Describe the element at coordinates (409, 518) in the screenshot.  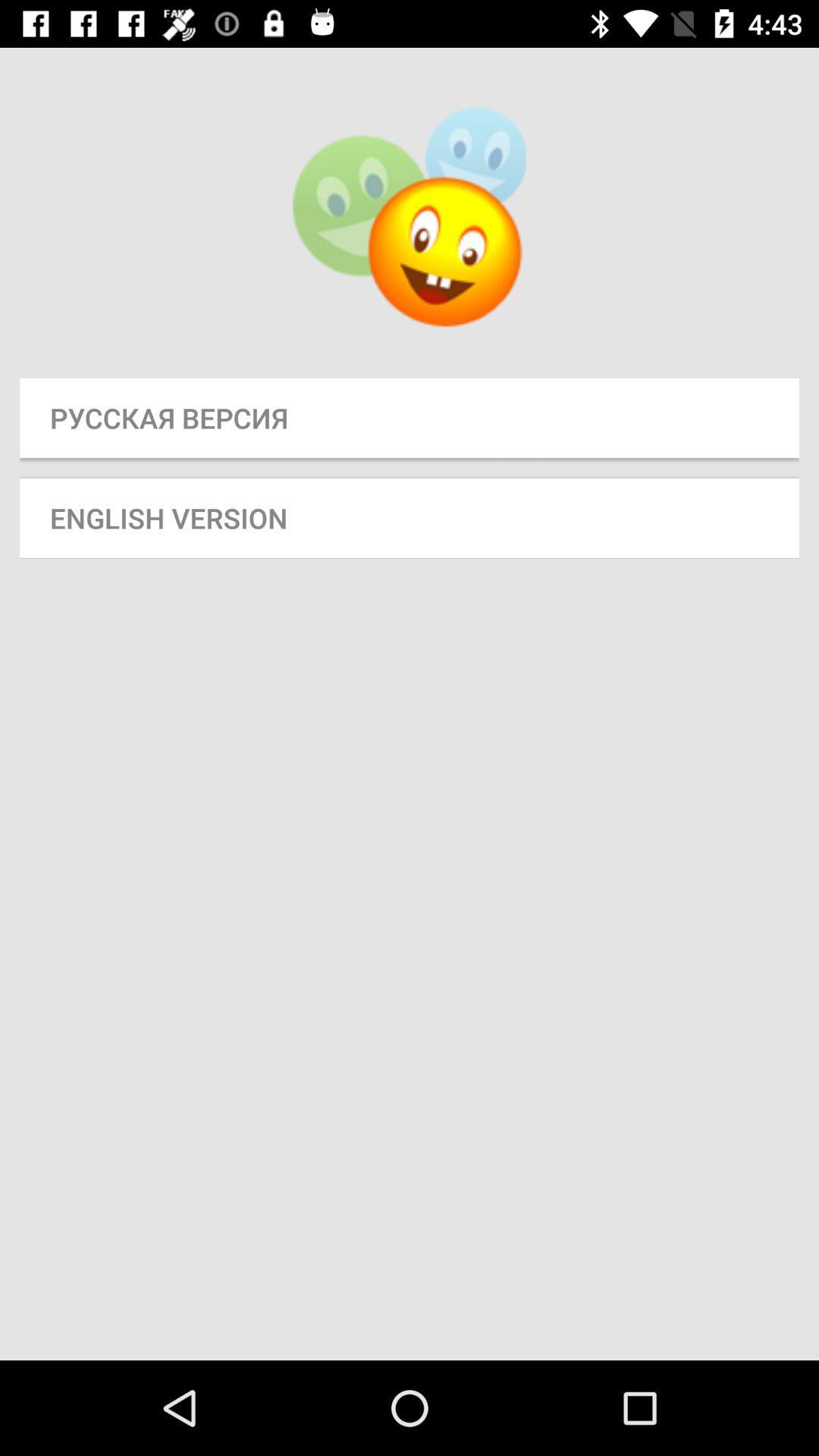
I see `the item at the center` at that location.